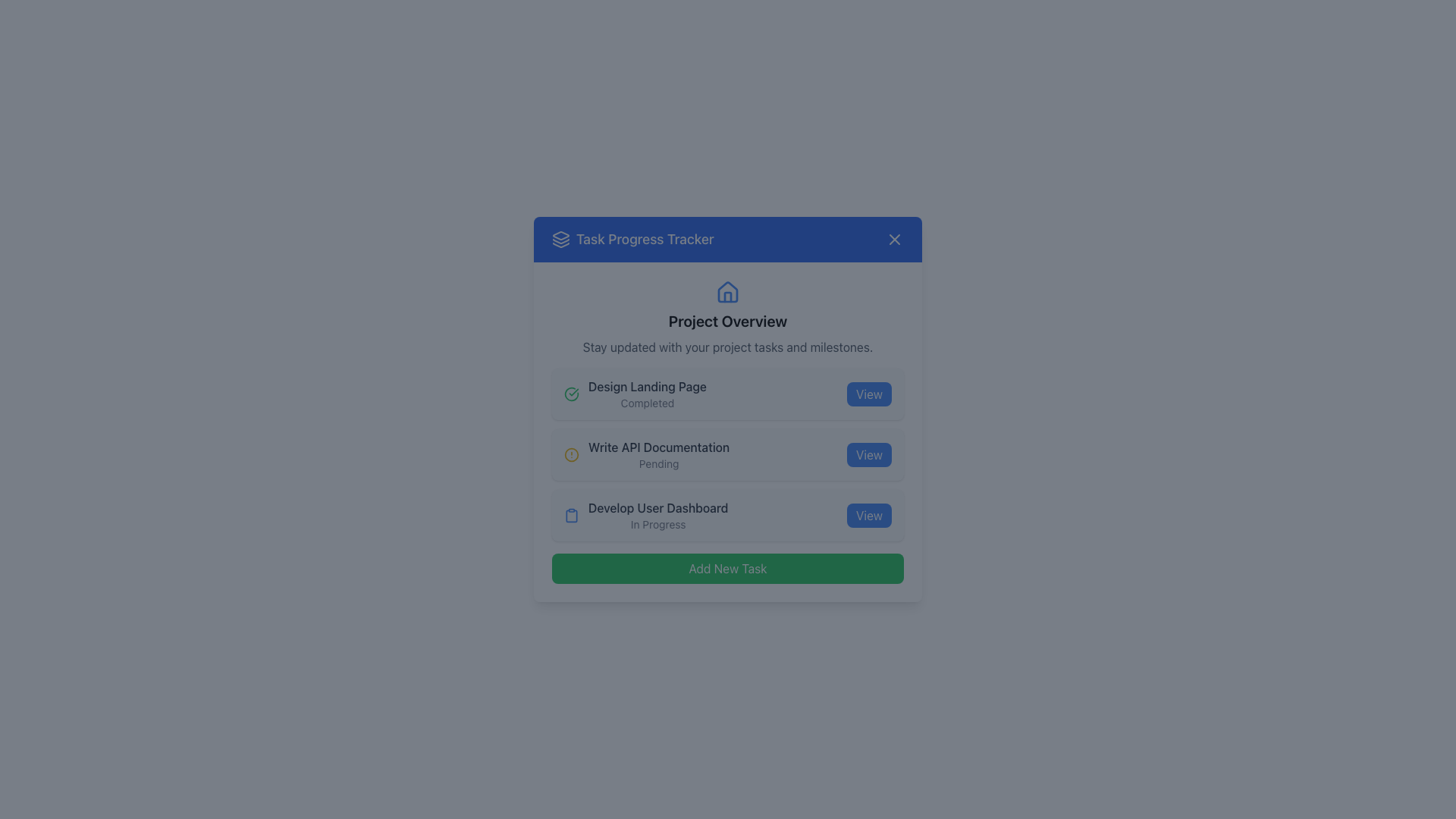 Image resolution: width=1456 pixels, height=819 pixels. What do you see at coordinates (895, 239) in the screenshot?
I see `the close button in the top-right corner of the 'Task Progress Tracker' header` at bounding box center [895, 239].